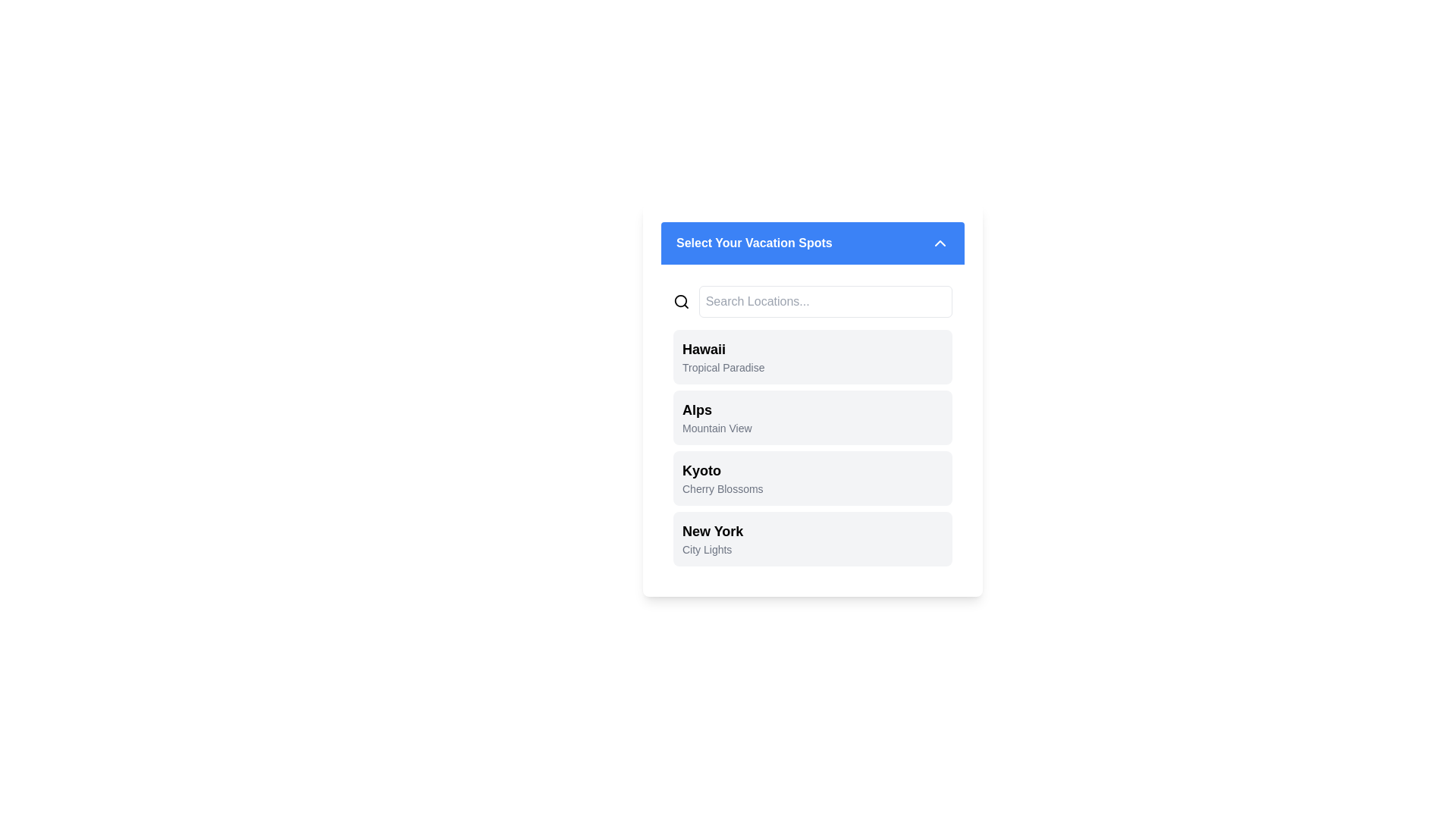 Image resolution: width=1456 pixels, height=819 pixels. What do you see at coordinates (811, 538) in the screenshot?
I see `the 'New York' button-like list item, the fourth entry under 'Select Your Vacation Spots,'` at bounding box center [811, 538].